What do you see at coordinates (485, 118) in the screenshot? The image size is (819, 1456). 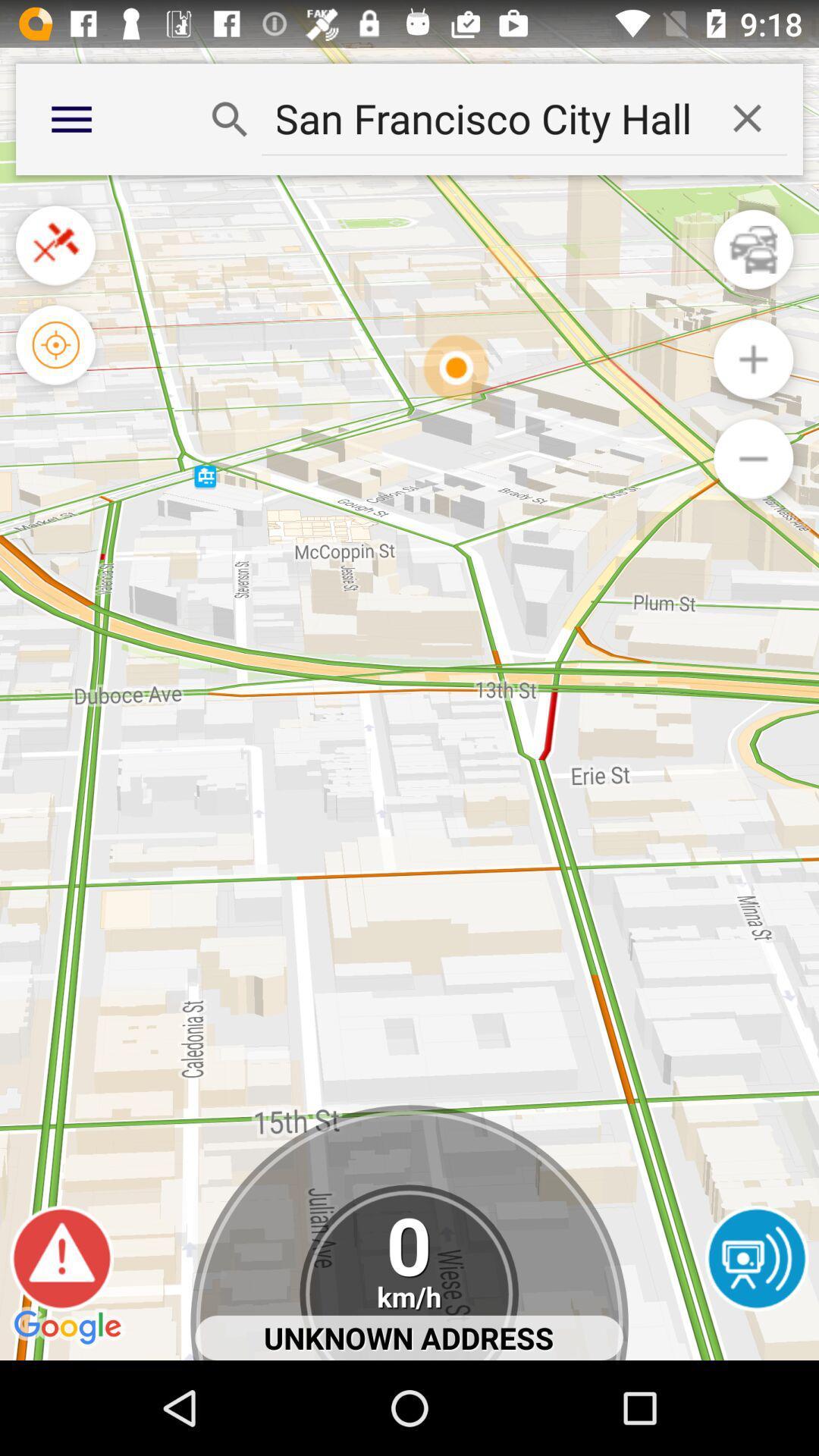 I see `search the place san francisco city hall` at bounding box center [485, 118].